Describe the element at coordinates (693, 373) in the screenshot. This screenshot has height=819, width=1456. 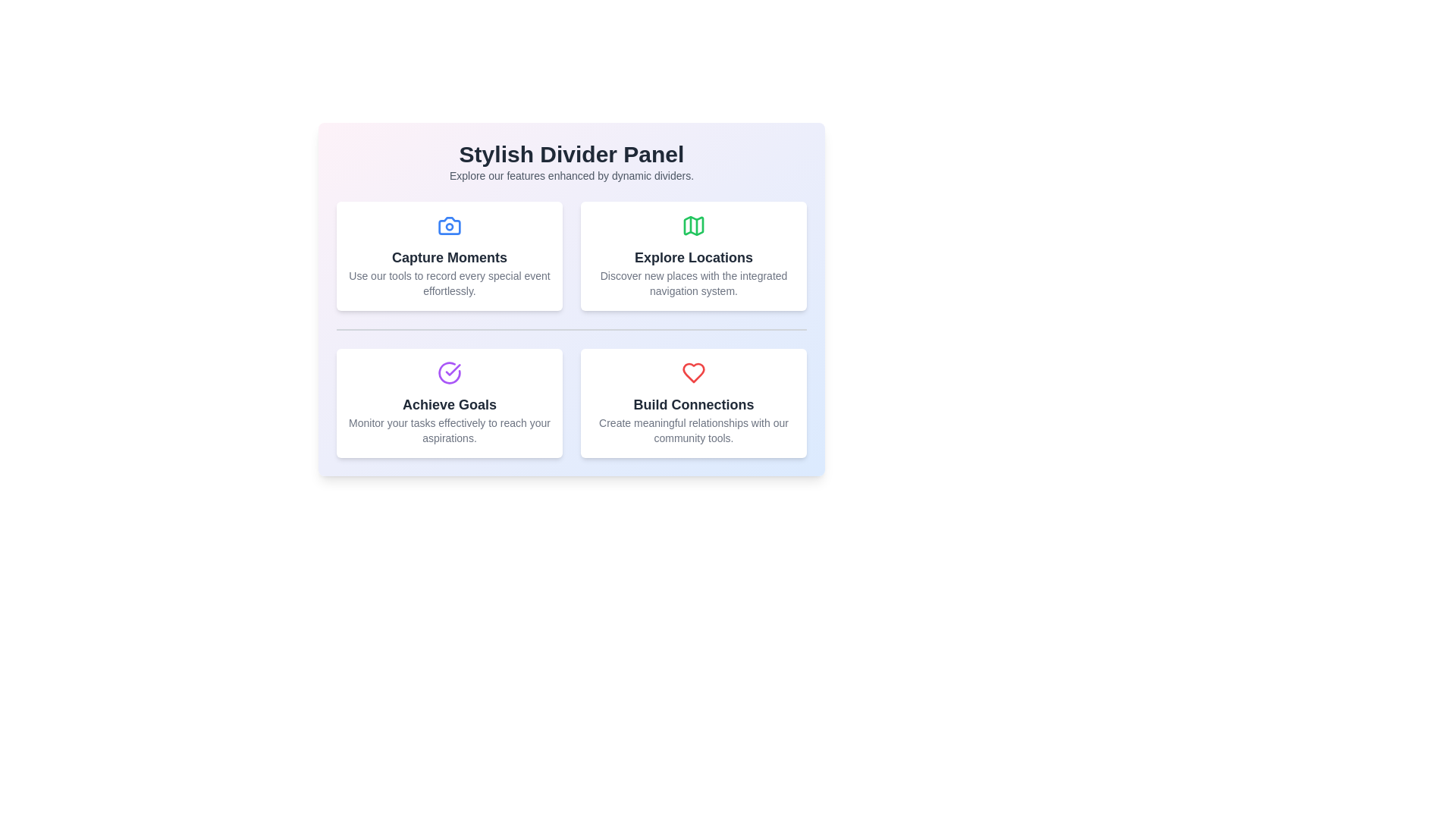
I see `the decorative icon representing connections, located in the fourth card above the text 'Build Connections'` at that location.